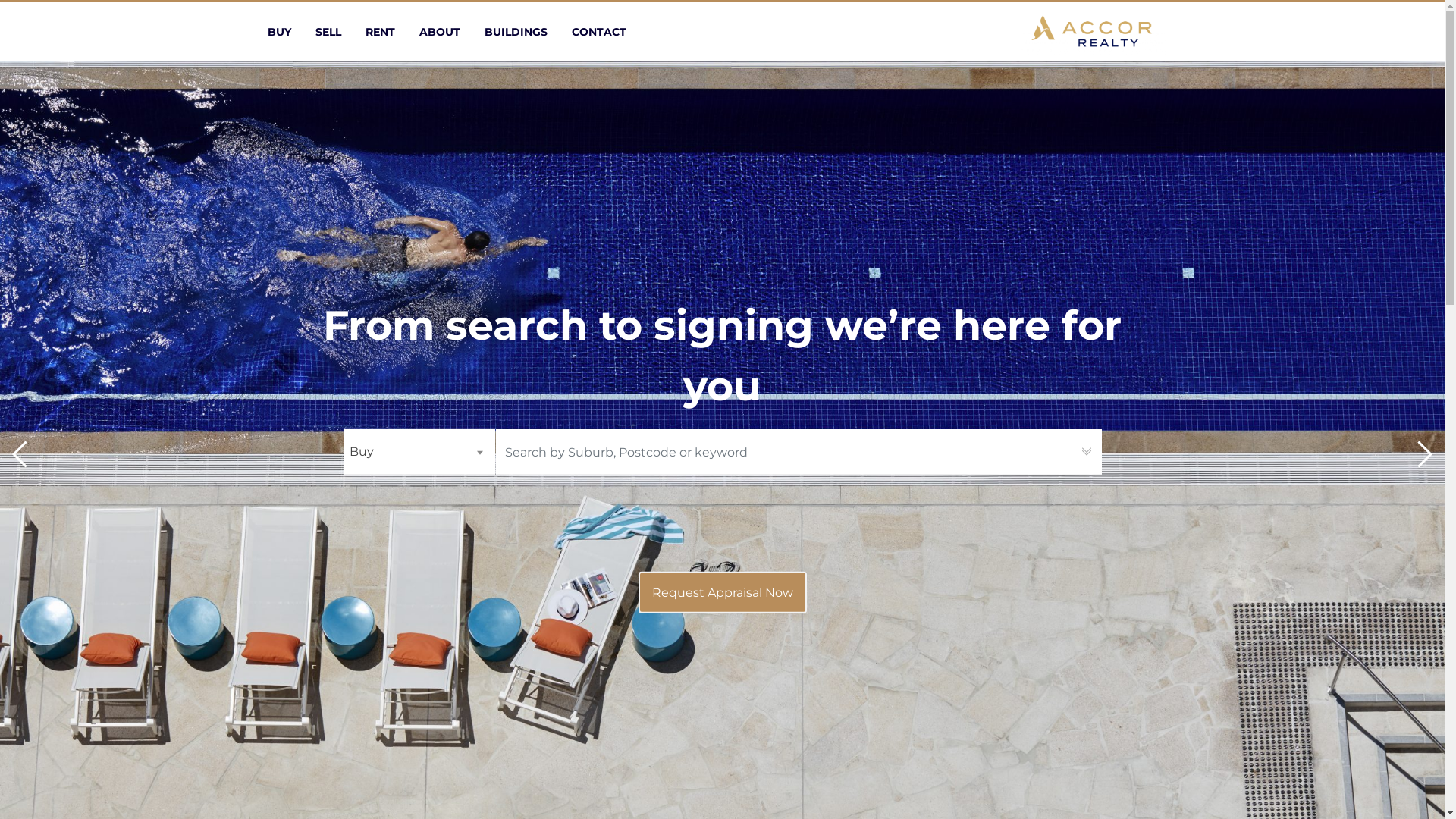  Describe the element at coordinates (380, 32) in the screenshot. I see `'RENT'` at that location.